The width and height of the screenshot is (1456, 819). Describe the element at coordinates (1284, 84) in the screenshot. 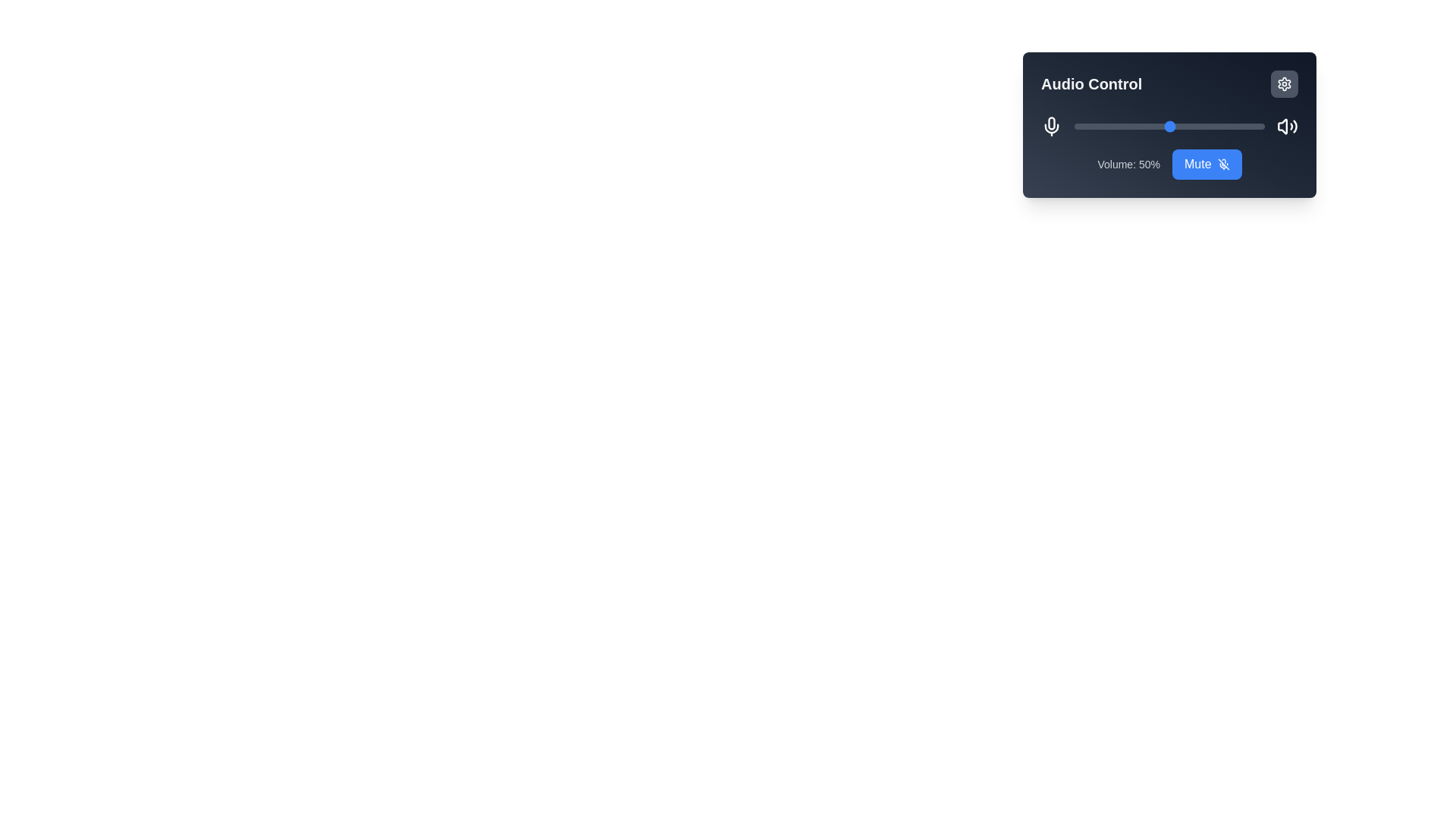

I see `the cog-shaped icon in the top-right corner of the audio control panel` at that location.